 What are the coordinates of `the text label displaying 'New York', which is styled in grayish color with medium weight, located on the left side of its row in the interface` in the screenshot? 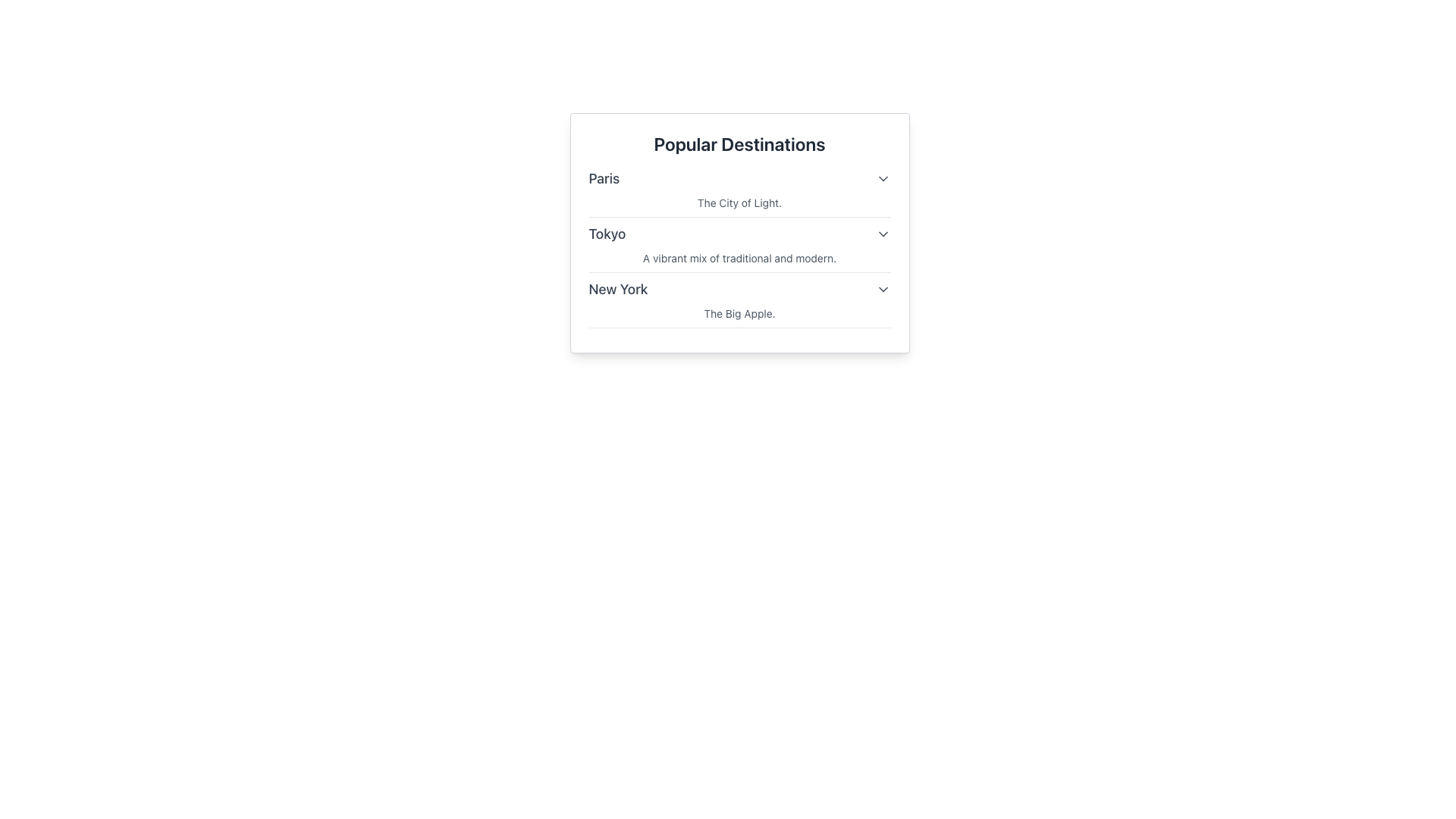 It's located at (618, 289).